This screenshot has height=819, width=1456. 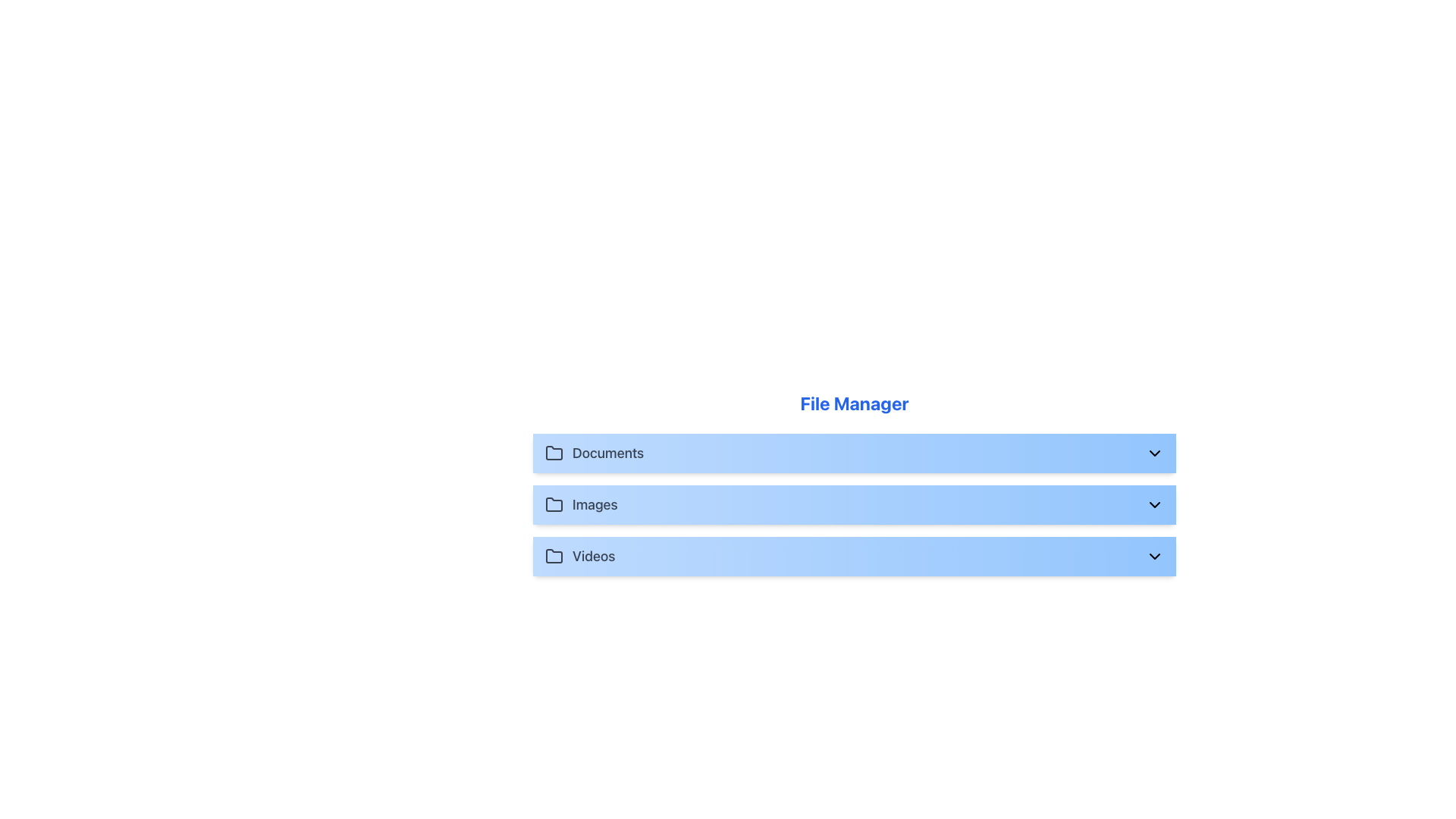 What do you see at coordinates (594, 452) in the screenshot?
I see `the 'Documents' button element` at bounding box center [594, 452].